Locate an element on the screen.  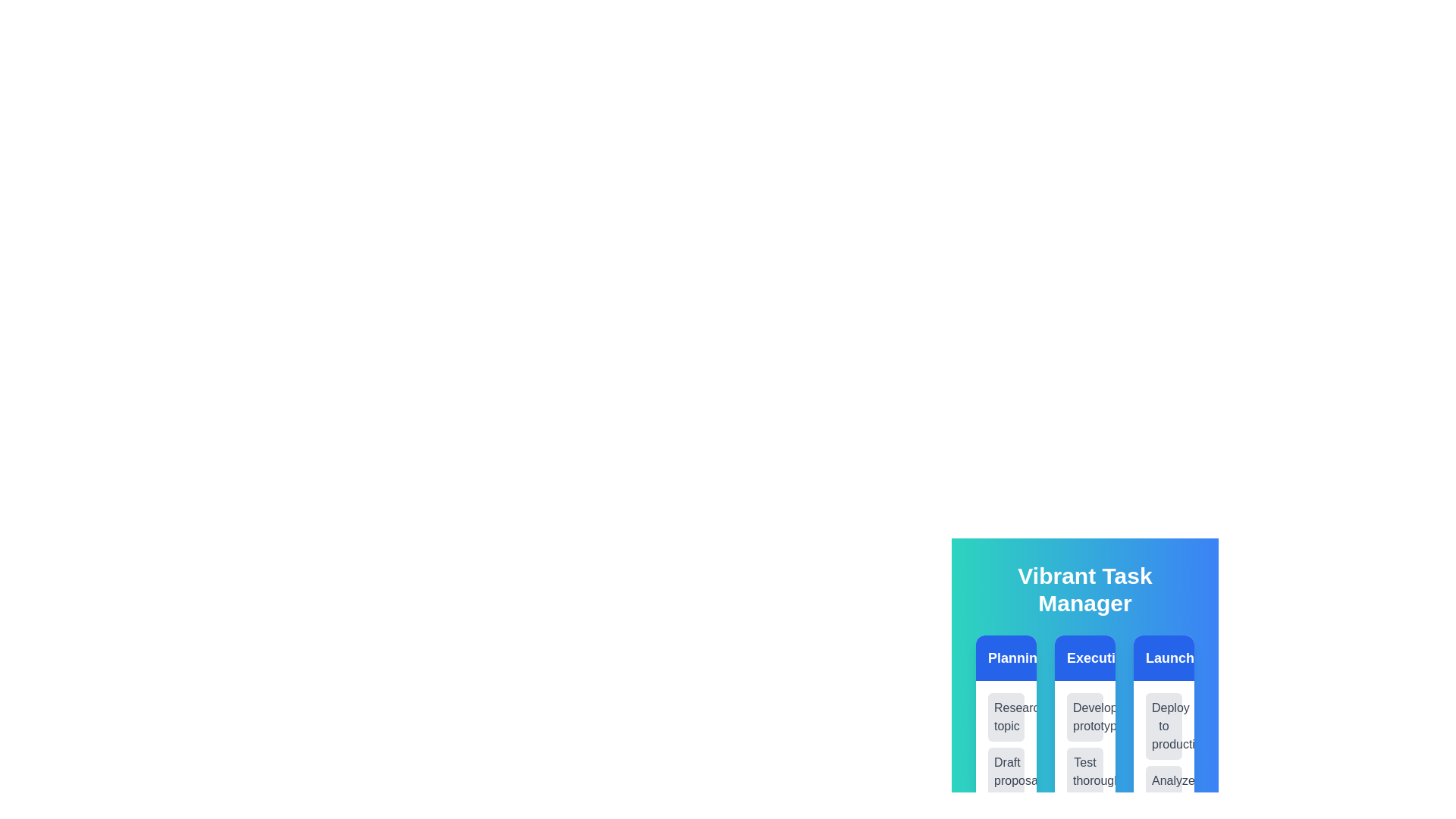
text from the middle item in the vertical stack of three elements inside the 'Execute' column, which is located between 'Develop prototype' and the 'Add Task' button is located at coordinates (1084, 772).